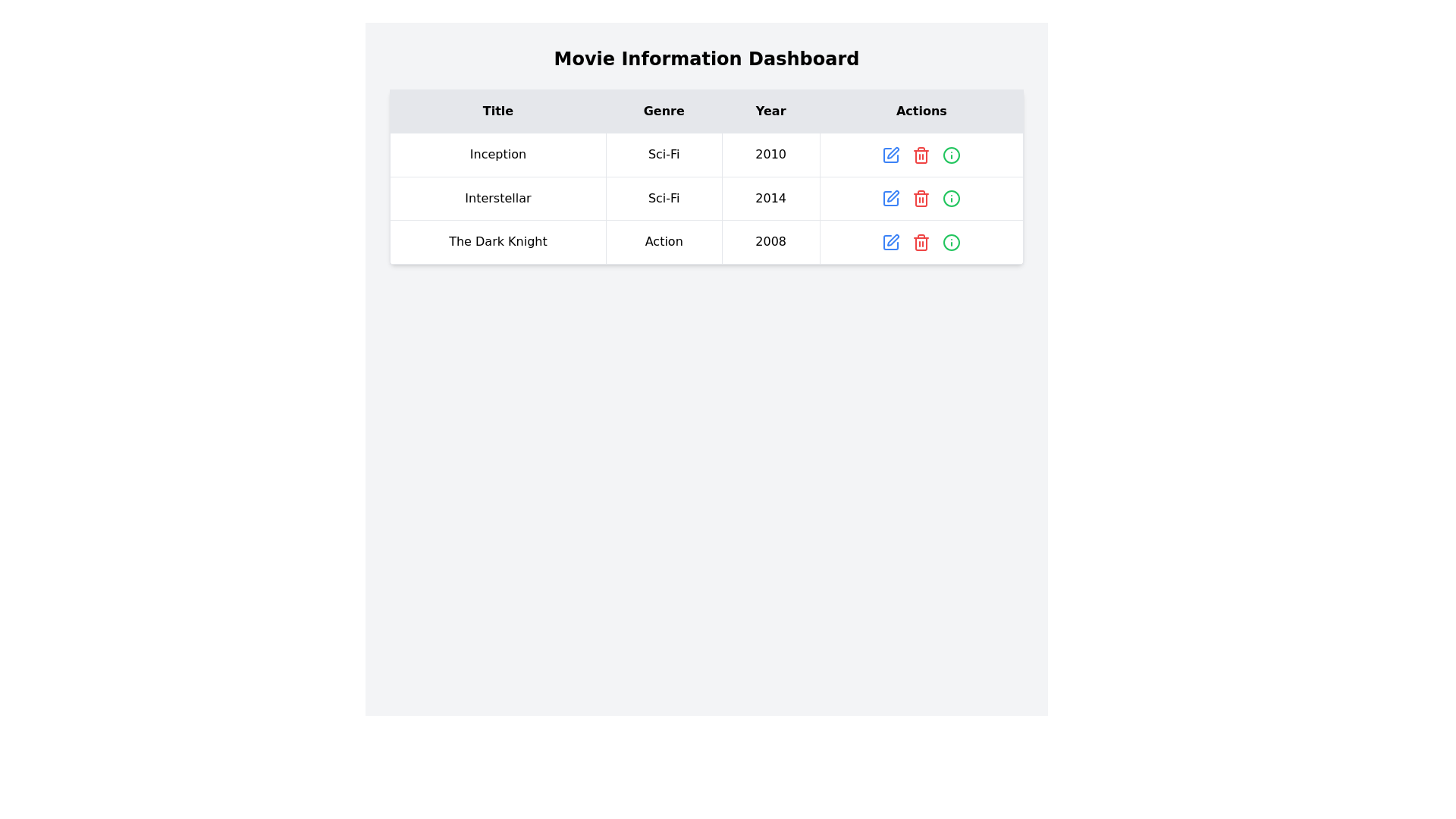 Image resolution: width=1456 pixels, height=819 pixels. I want to click on the green circular SVG graphic element located, so click(951, 198).